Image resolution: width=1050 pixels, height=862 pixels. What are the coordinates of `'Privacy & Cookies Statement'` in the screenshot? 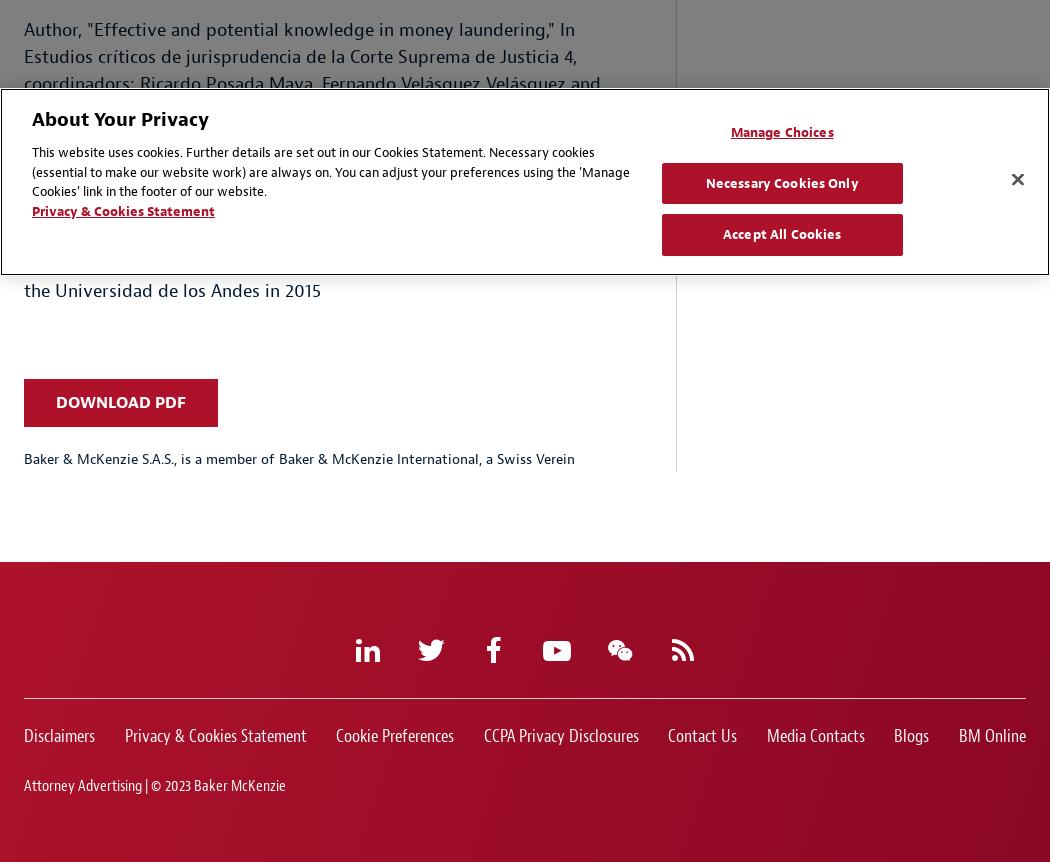 It's located at (123, 735).